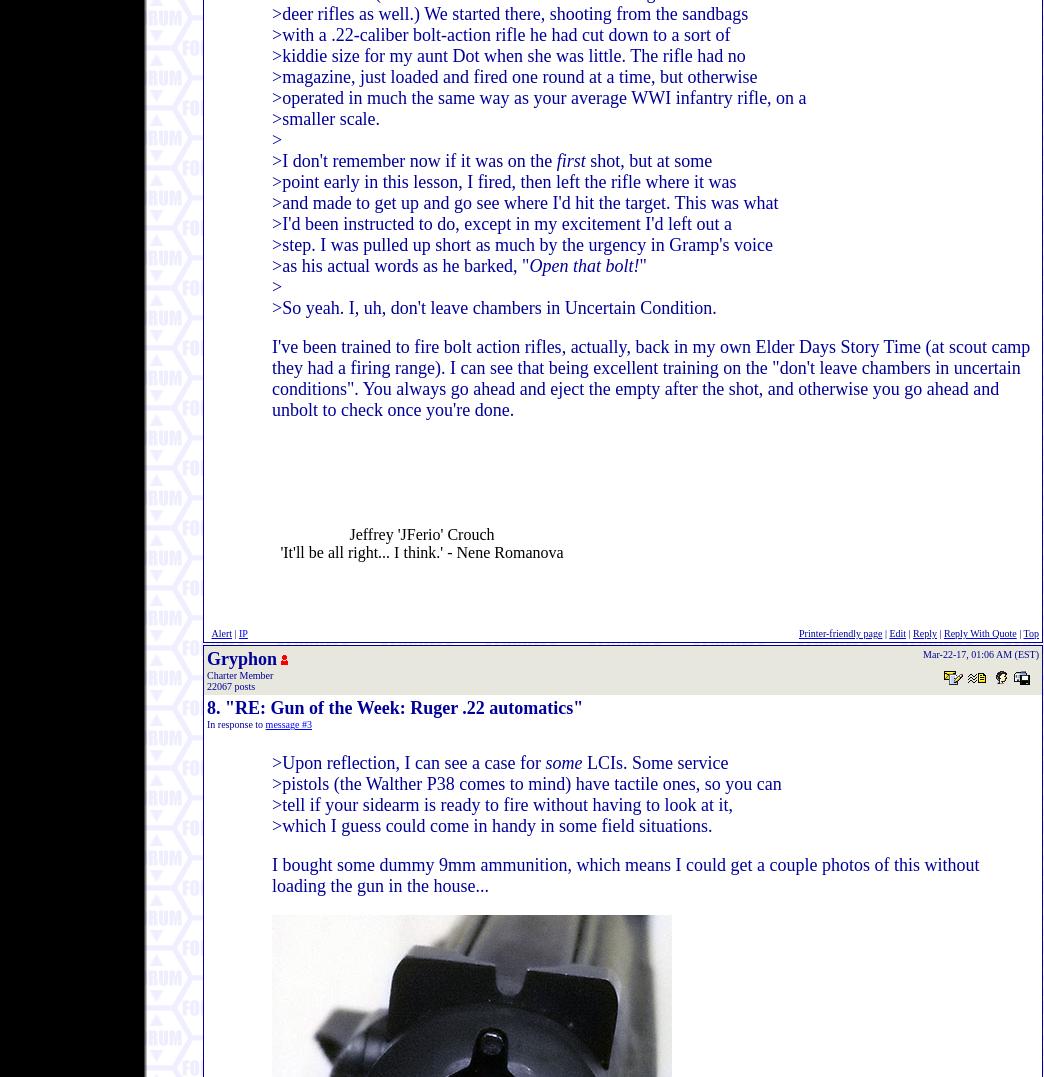 The width and height of the screenshot is (1044, 1077). I want to click on 'Reply With Quote', so click(980, 633).